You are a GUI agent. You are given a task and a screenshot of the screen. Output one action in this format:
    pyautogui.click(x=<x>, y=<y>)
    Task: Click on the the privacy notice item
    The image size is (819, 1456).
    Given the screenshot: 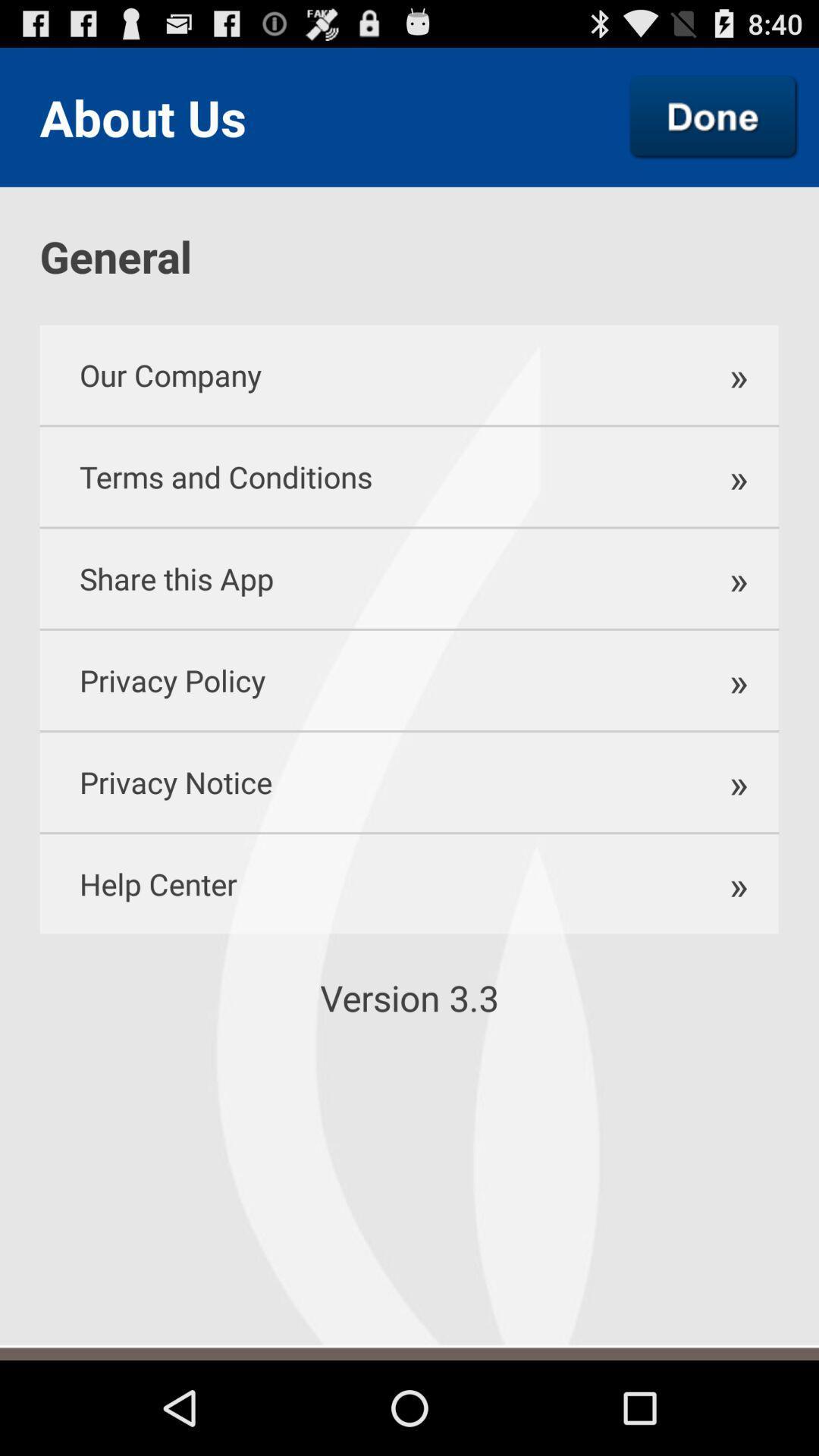 What is the action you would take?
    pyautogui.click(x=362, y=782)
    